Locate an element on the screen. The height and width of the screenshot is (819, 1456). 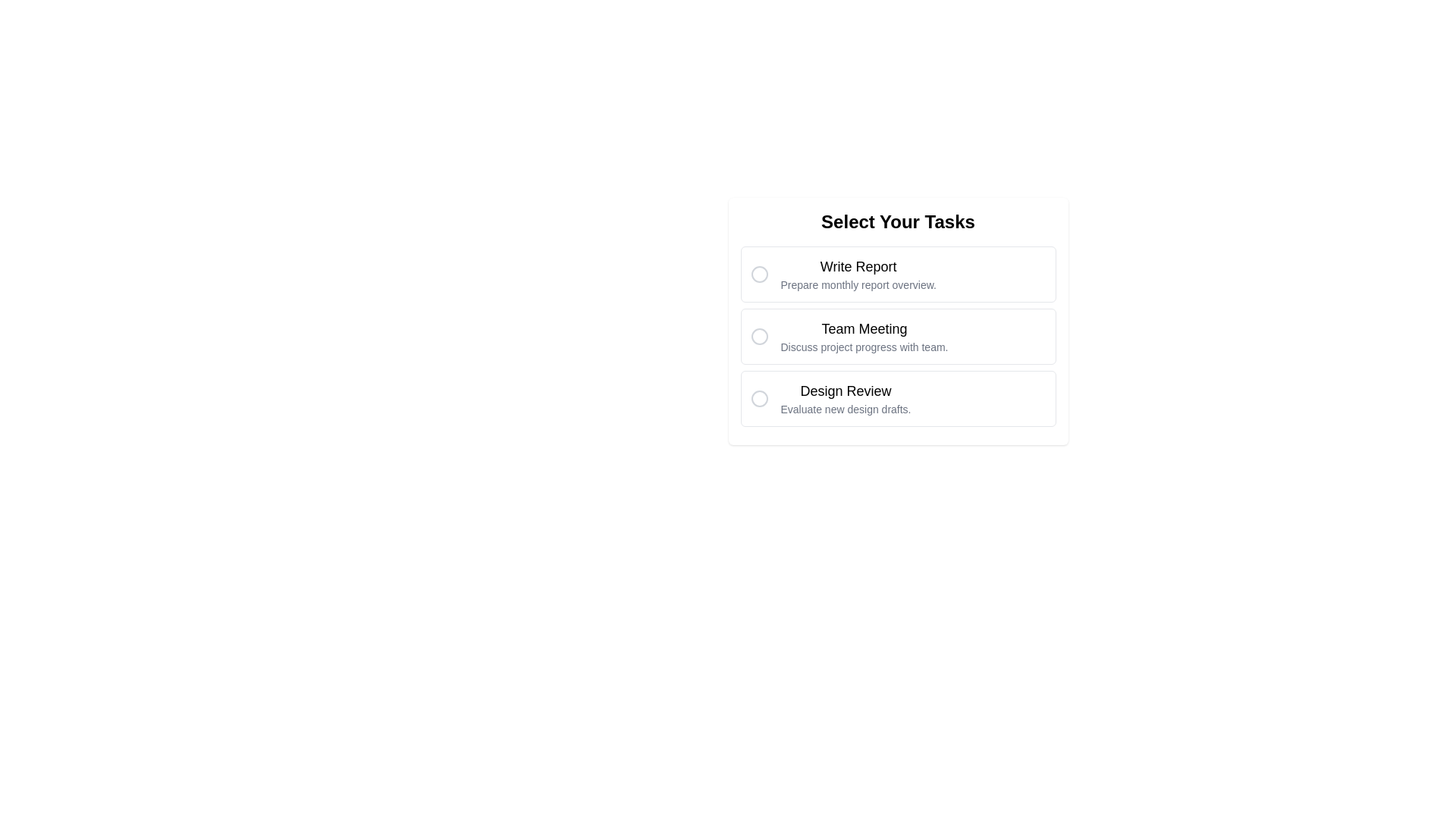
the radio button indicating the selection state of the 'Design Review' task is located at coordinates (759, 397).